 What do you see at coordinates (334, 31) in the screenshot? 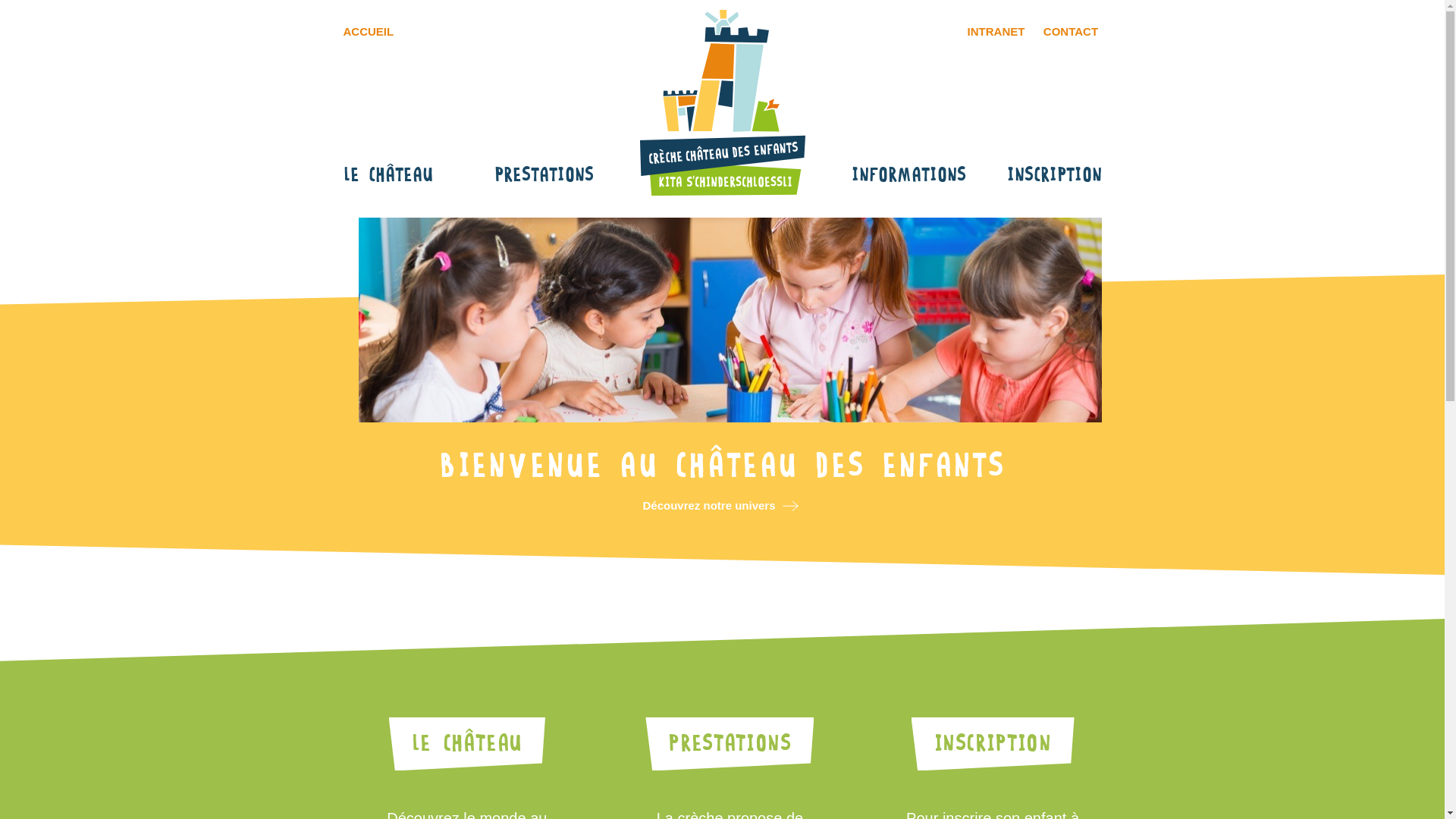
I see `'ACCUEIL'` at bounding box center [334, 31].